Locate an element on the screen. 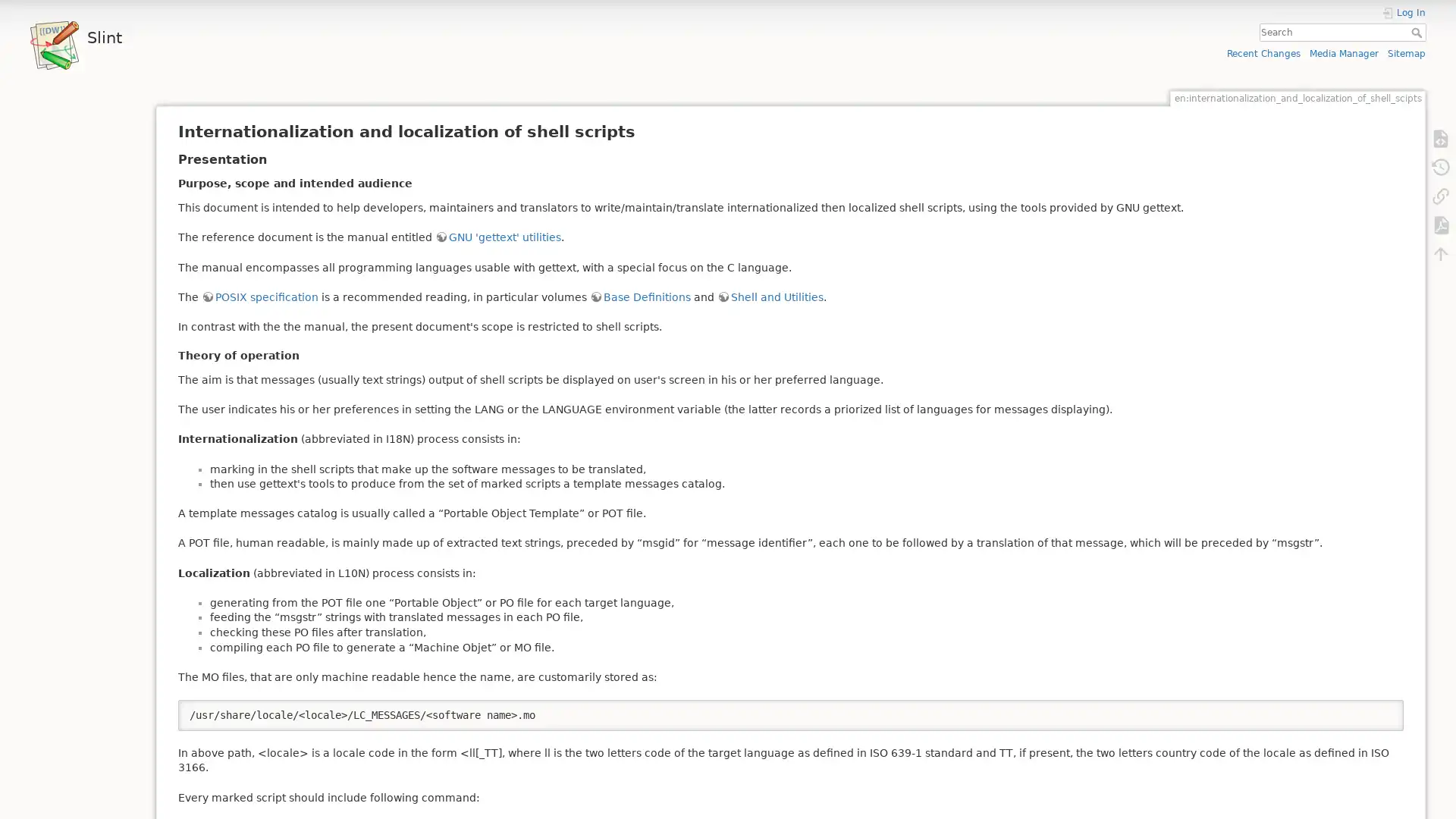 The image size is (1456, 819). Search is located at coordinates (1417, 32).